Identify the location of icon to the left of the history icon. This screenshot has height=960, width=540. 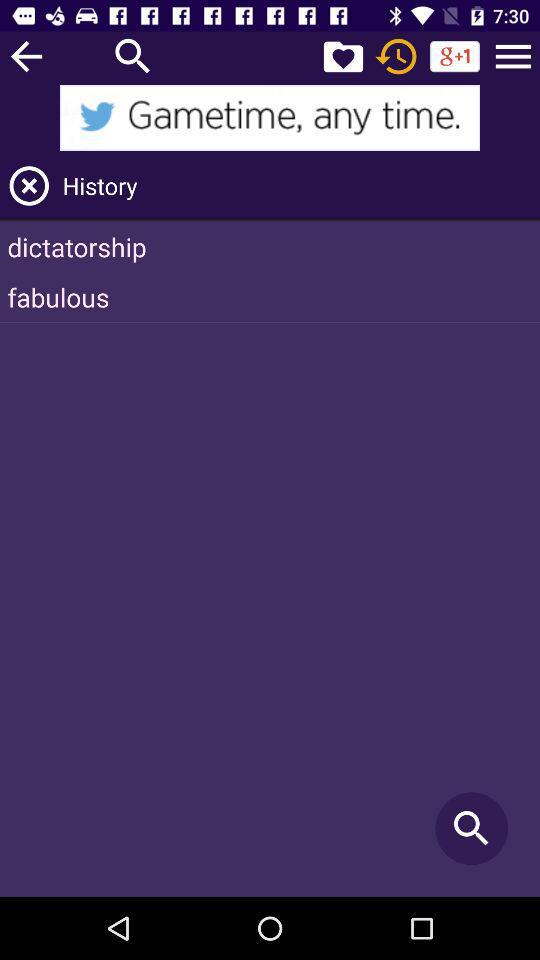
(28, 186).